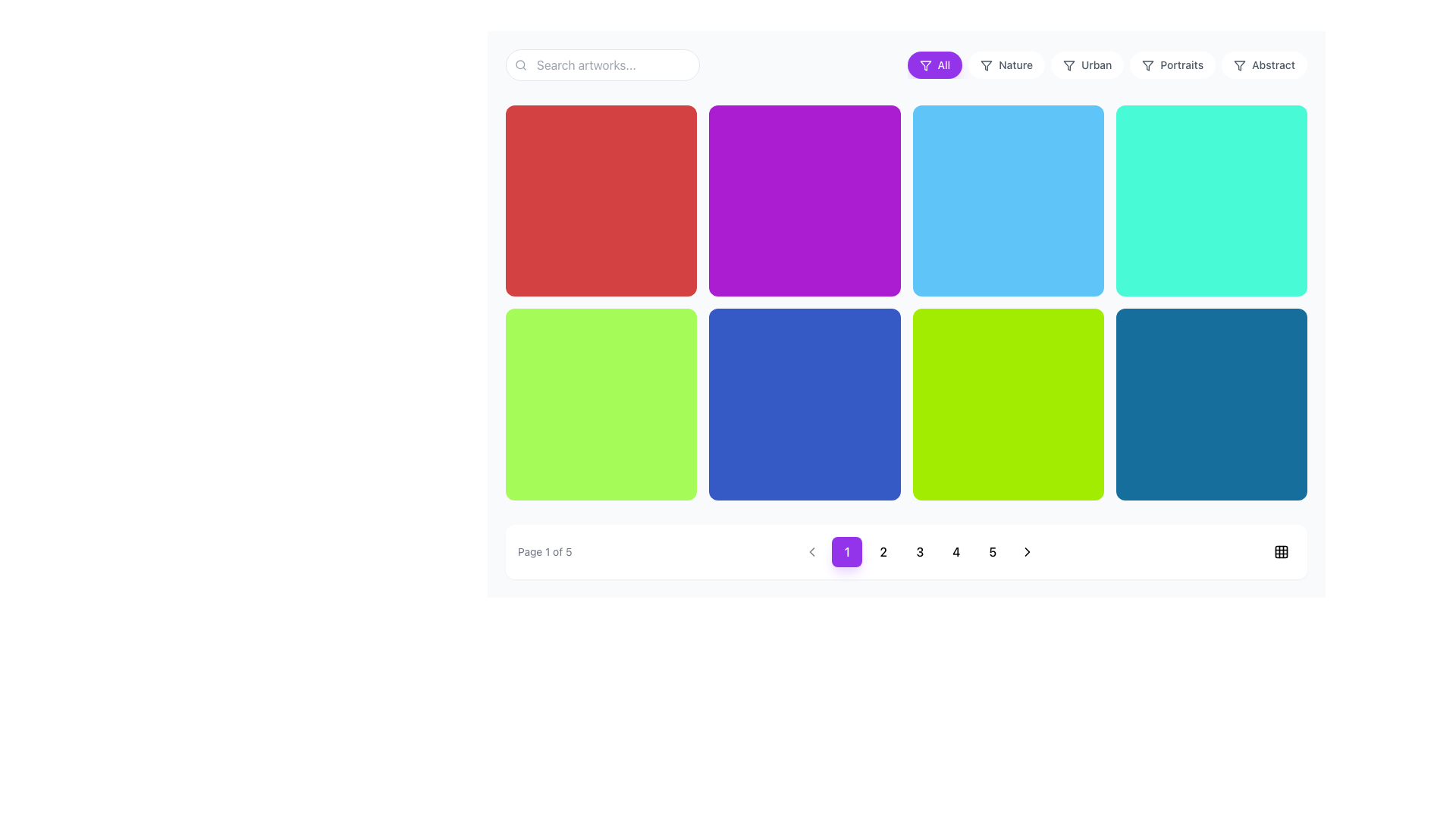 The width and height of the screenshot is (1456, 819). I want to click on the circular graphic element within the search icon at the top-left corner of the interface, so click(520, 64).